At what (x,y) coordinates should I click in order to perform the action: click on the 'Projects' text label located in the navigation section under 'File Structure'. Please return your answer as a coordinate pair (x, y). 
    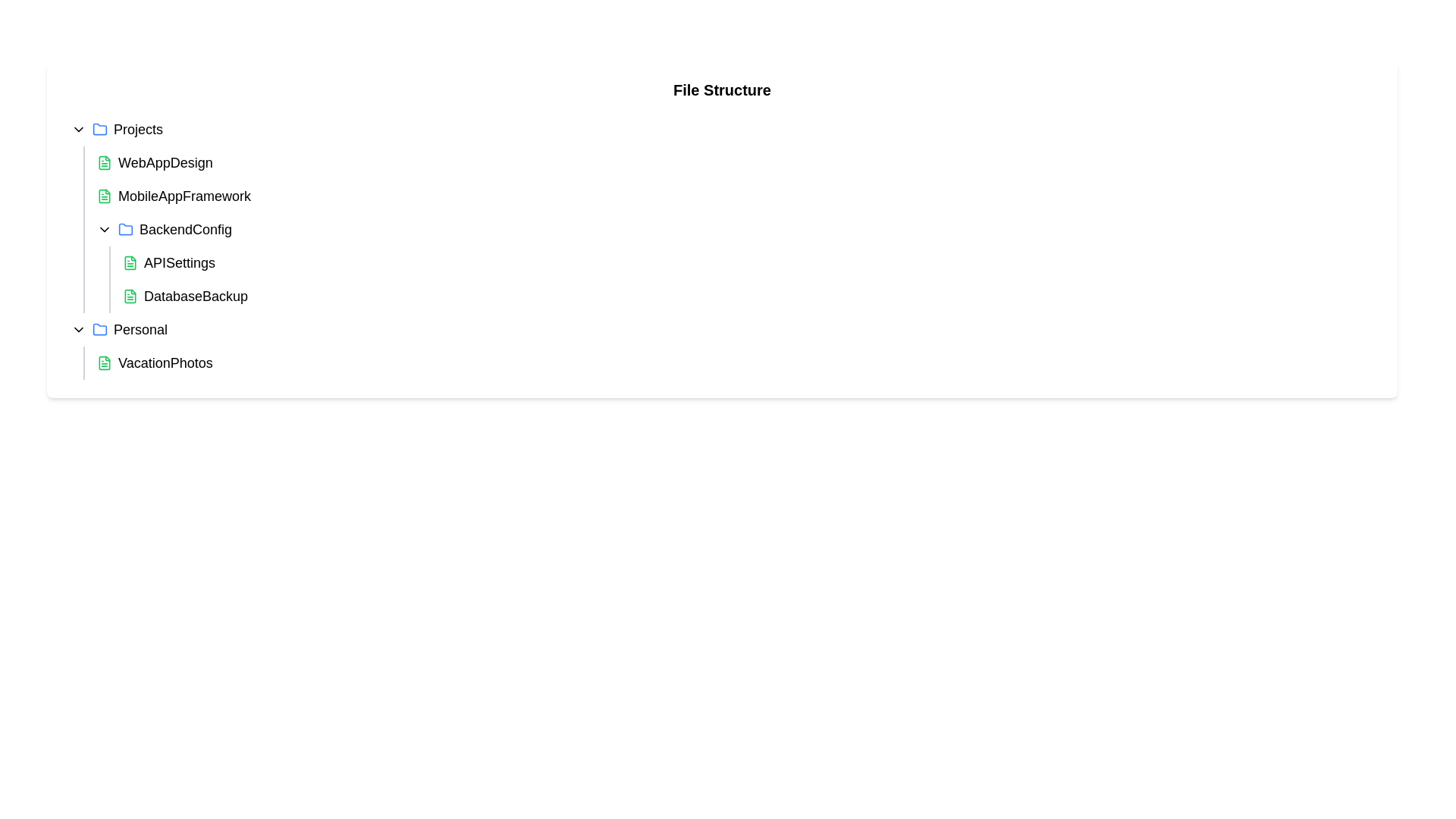
    Looking at the image, I should click on (138, 128).